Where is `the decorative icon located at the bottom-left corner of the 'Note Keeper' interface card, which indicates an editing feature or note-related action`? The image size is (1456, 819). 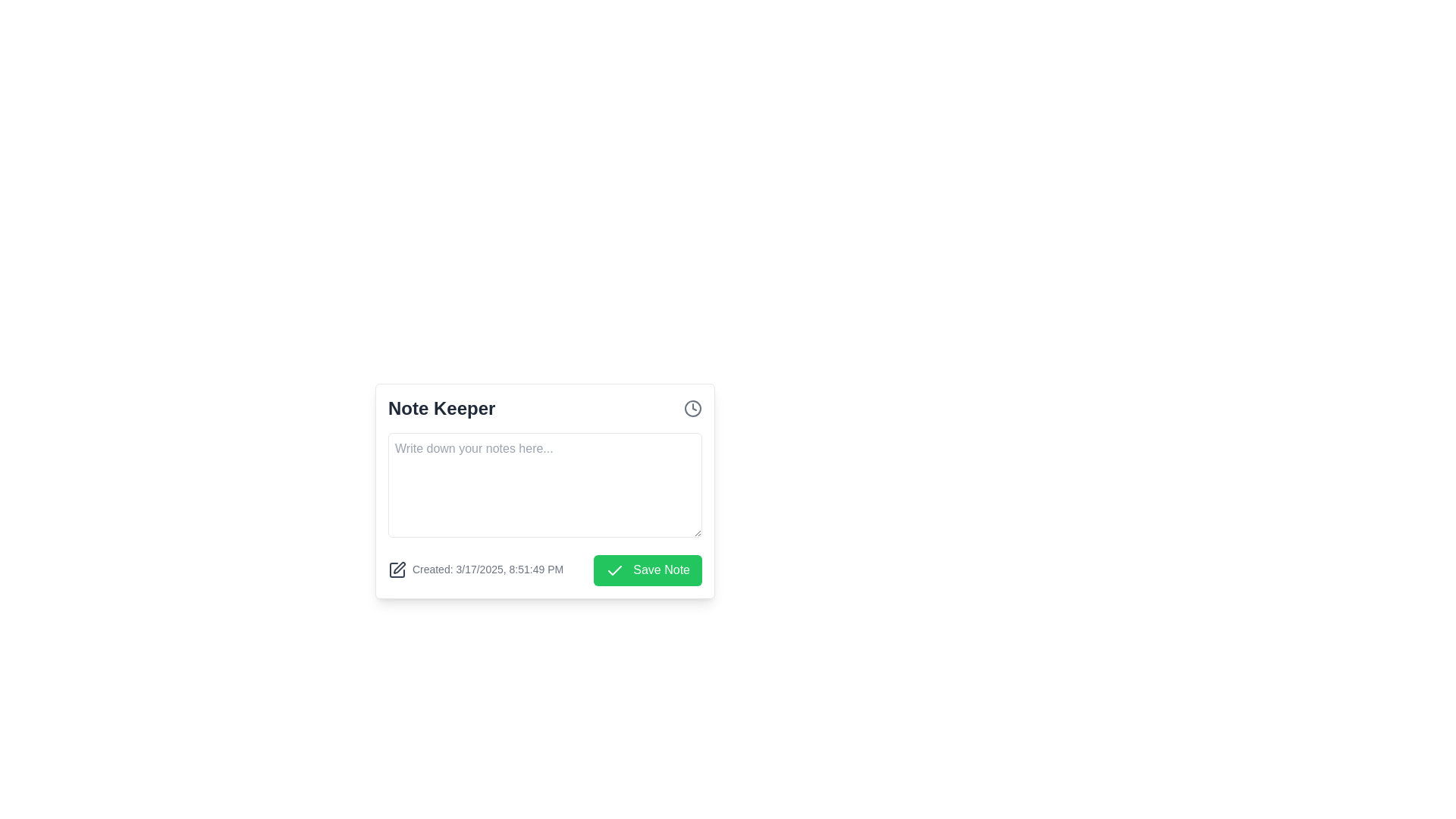
the decorative icon located at the bottom-left corner of the 'Note Keeper' interface card, which indicates an editing feature or note-related action is located at coordinates (397, 570).